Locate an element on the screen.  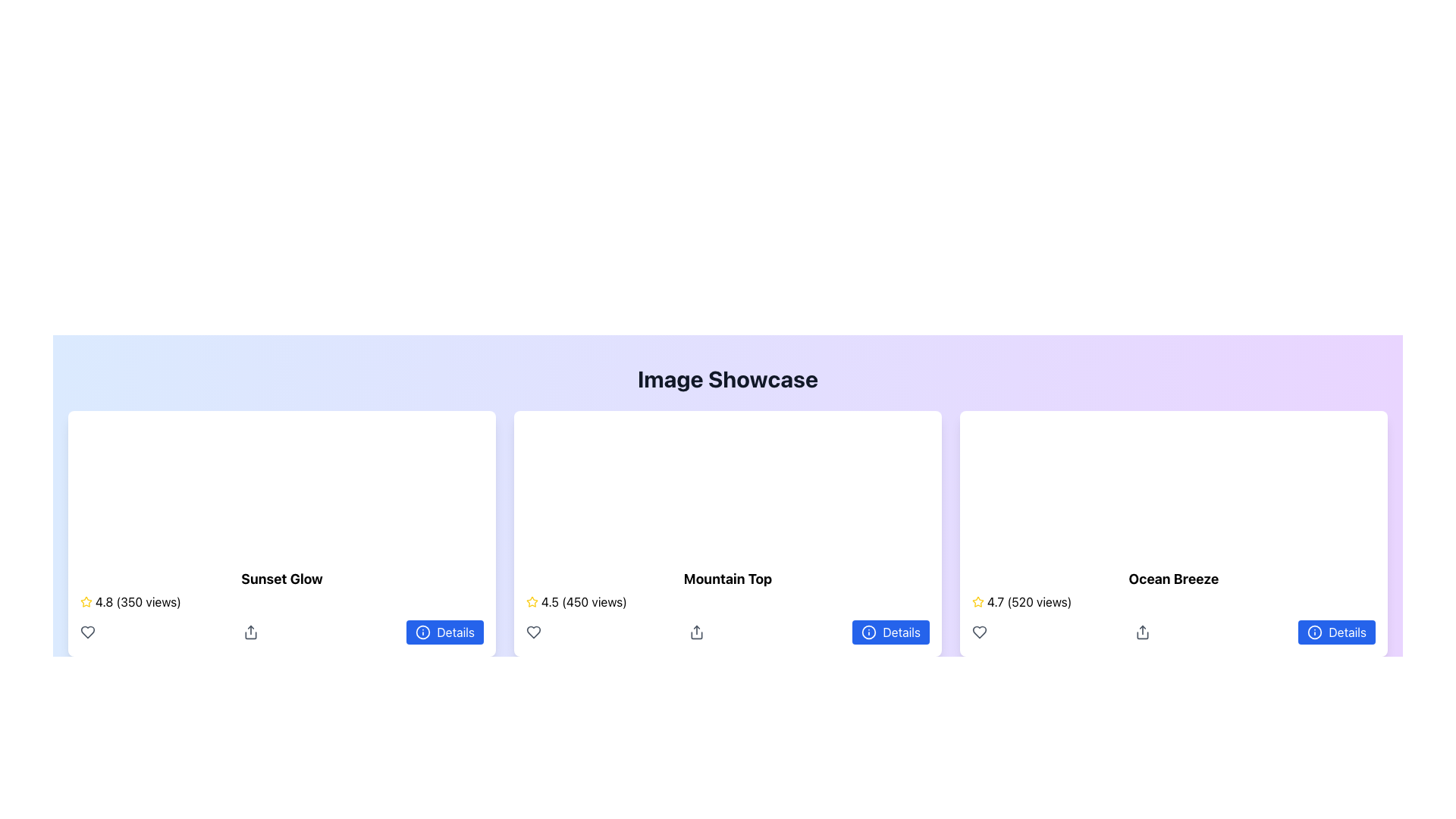
the text element that summarizes the rating and number of views for the item in the leftmost card, located just under the star icon is located at coordinates (138, 601).